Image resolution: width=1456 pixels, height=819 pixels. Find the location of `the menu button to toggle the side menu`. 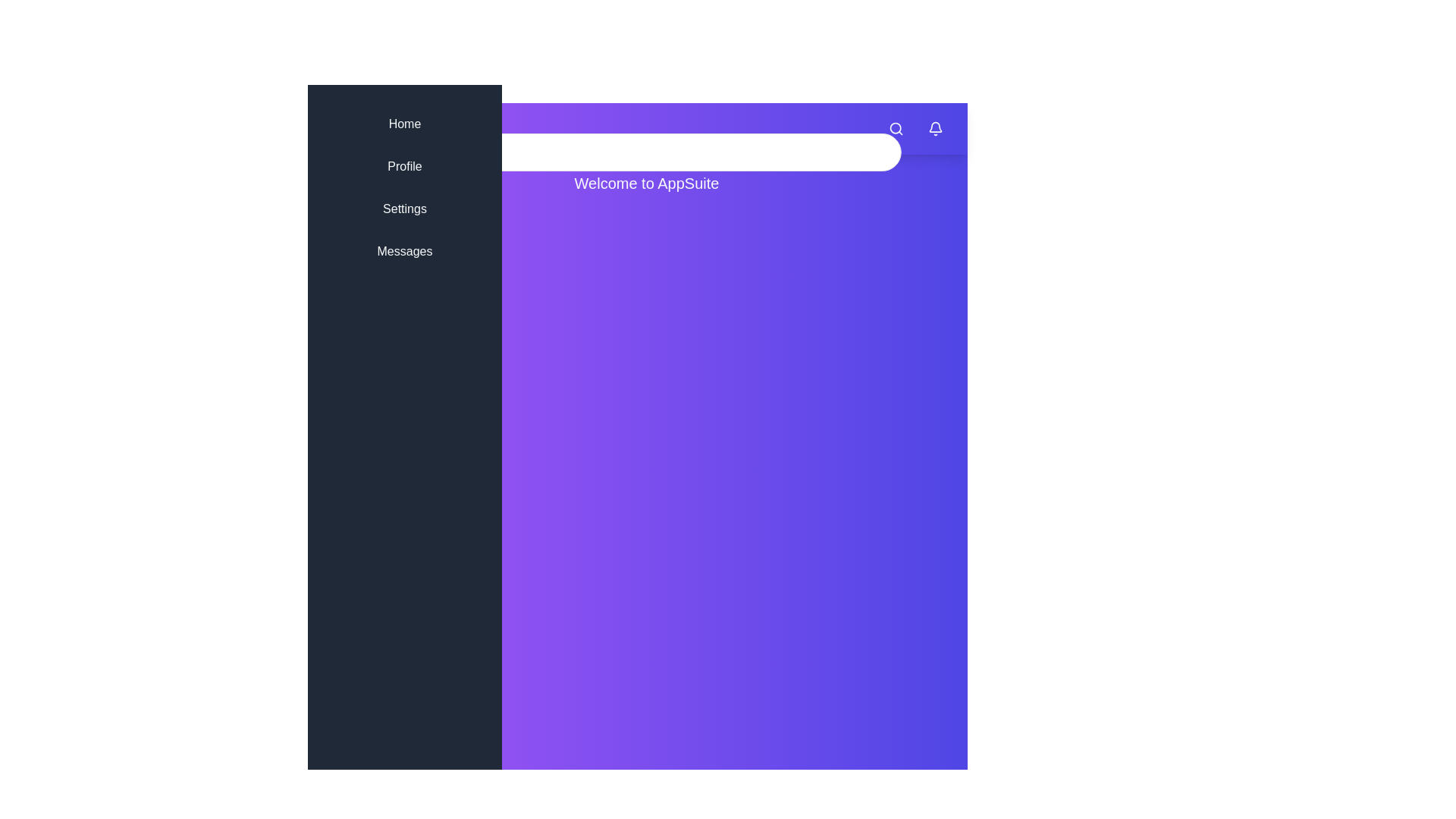

the menu button to toggle the side menu is located at coordinates (356, 127).